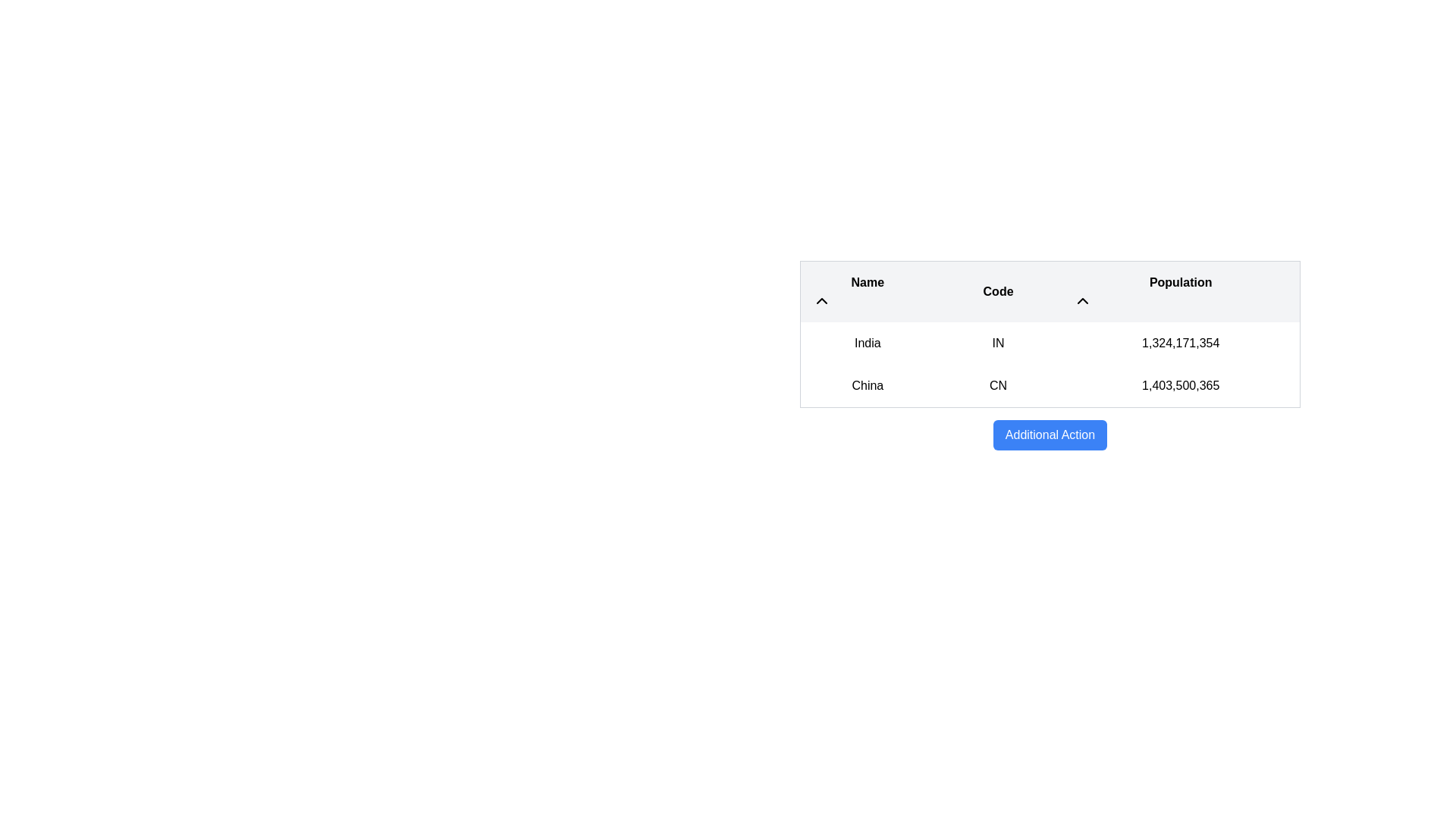  What do you see at coordinates (1180, 385) in the screenshot?
I see `numeric data displayed in the table cell containing '1,403,500,365' for the 'China' entry in the 'Population' column` at bounding box center [1180, 385].